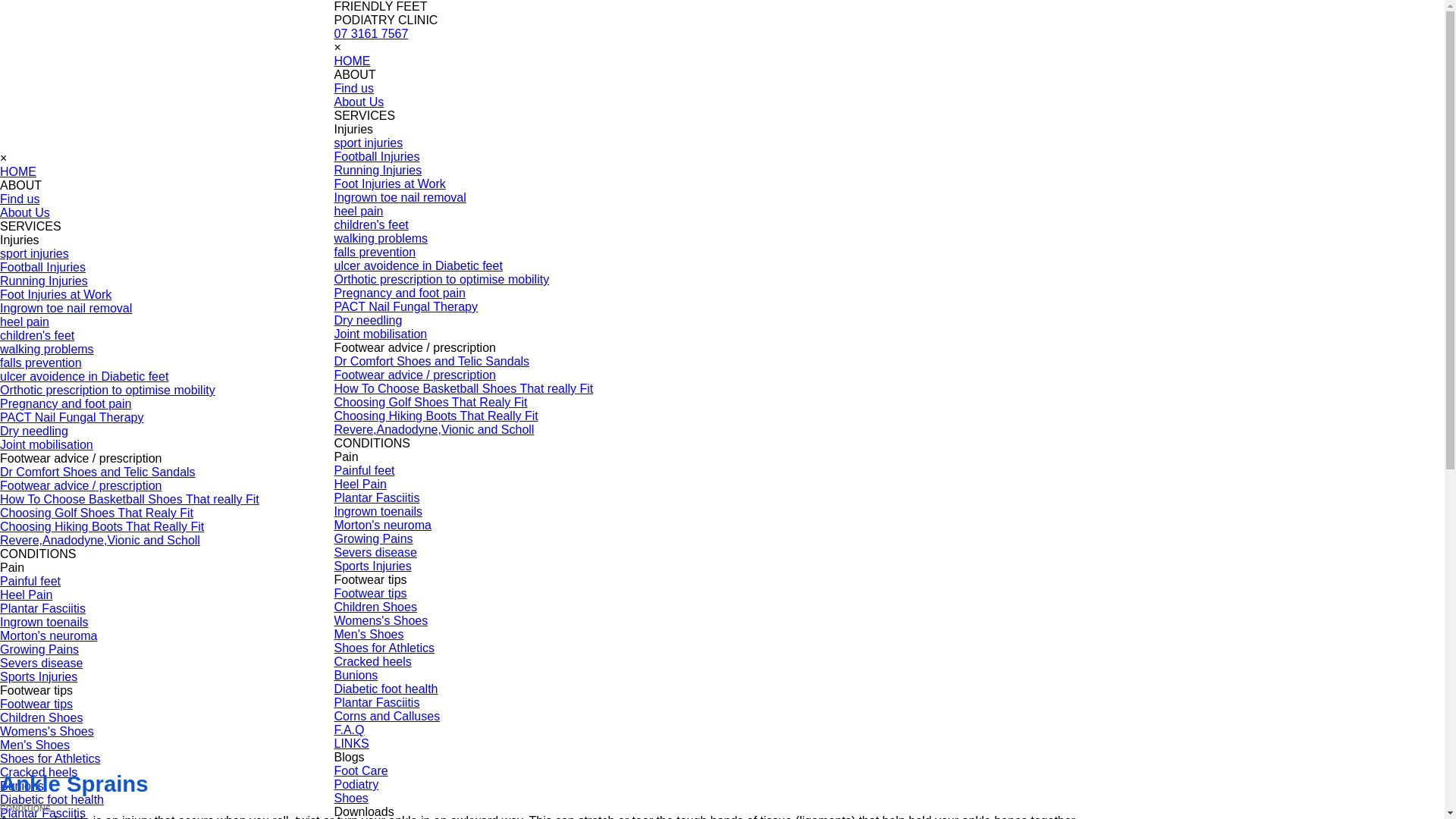 This screenshot has width=1456, height=819. I want to click on 'Heel Pain', so click(359, 484).